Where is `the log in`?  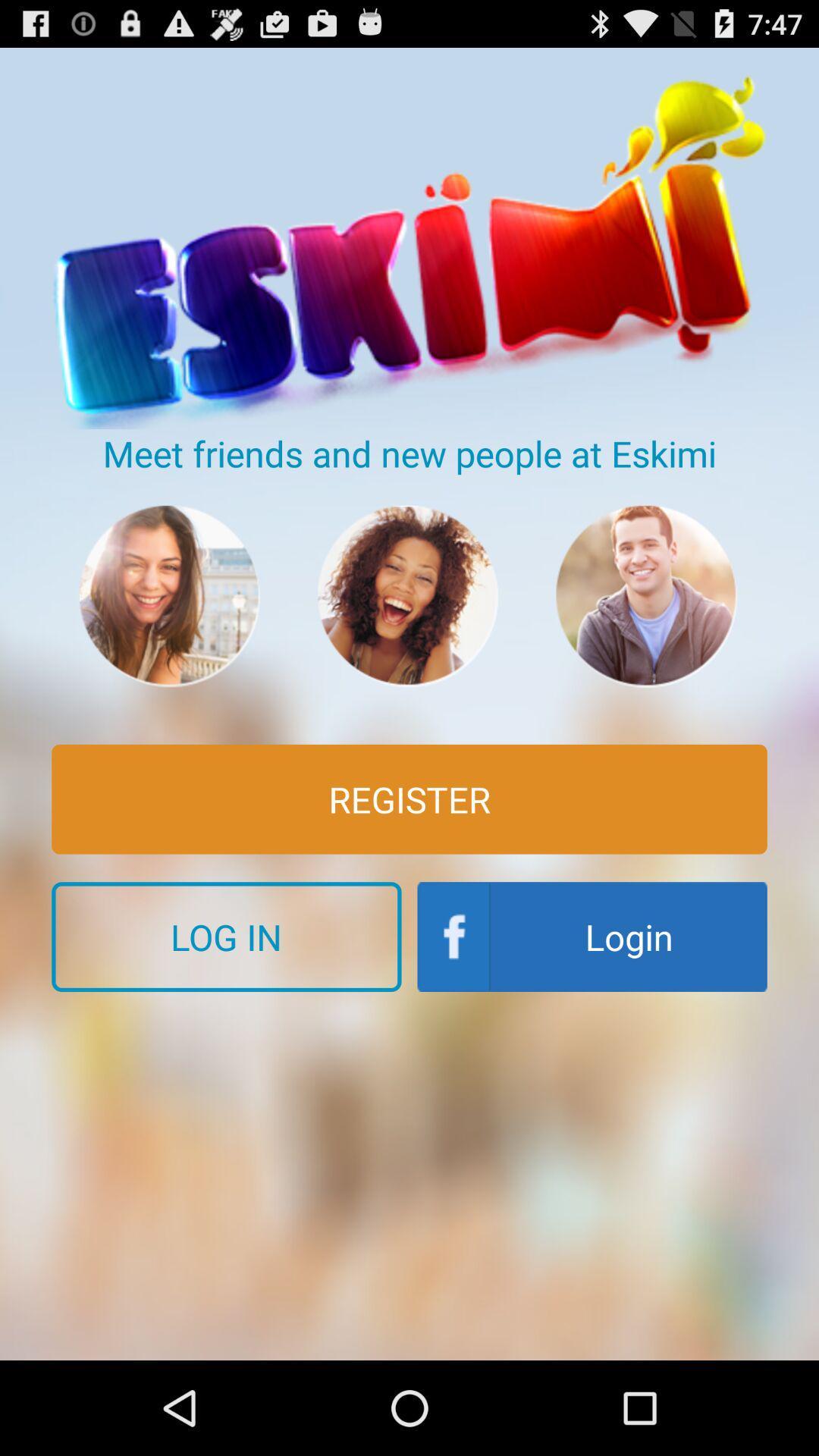
the log in is located at coordinates (226, 936).